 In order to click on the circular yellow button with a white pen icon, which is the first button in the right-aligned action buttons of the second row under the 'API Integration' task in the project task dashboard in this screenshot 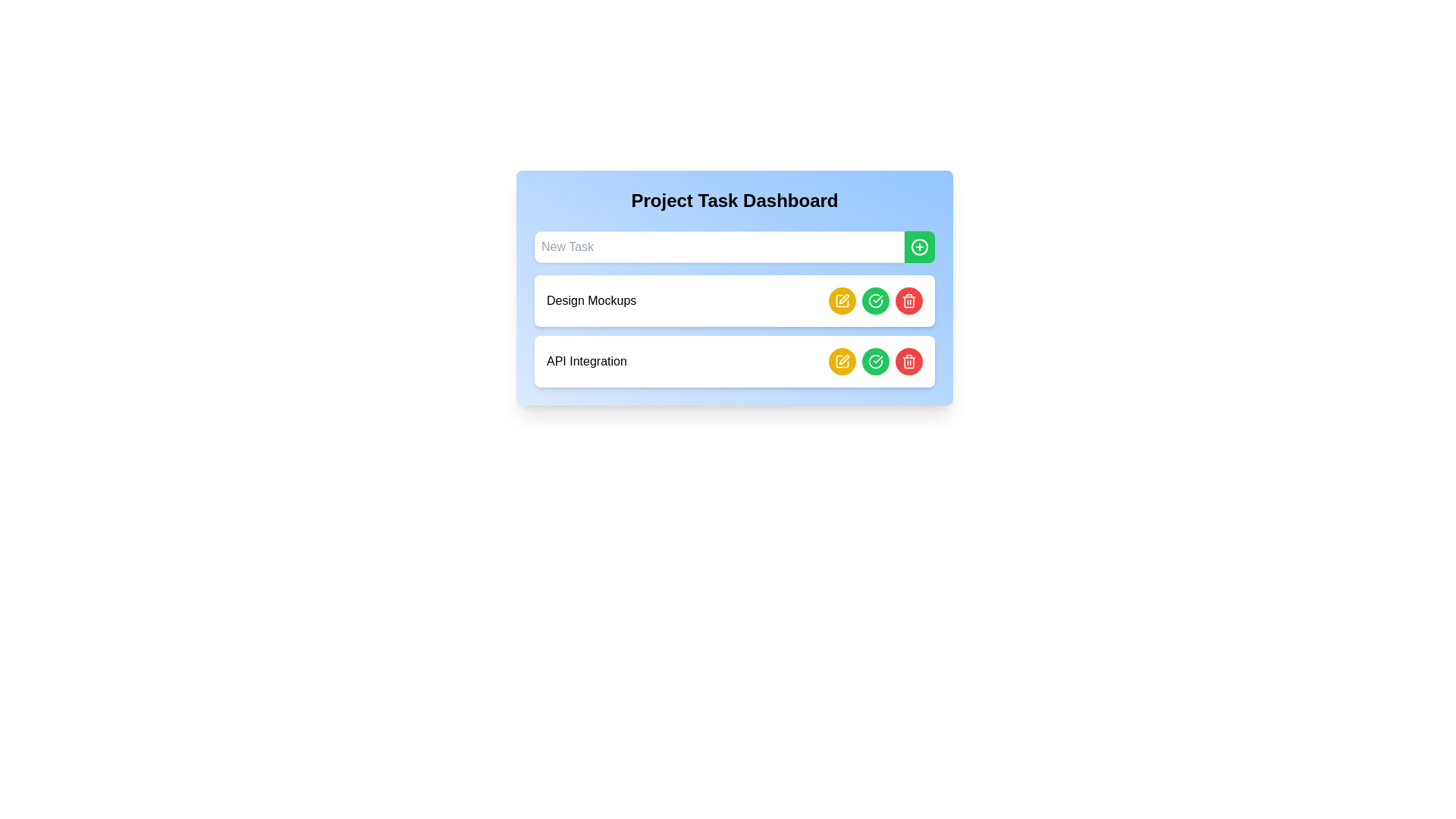, I will do `click(841, 362)`.